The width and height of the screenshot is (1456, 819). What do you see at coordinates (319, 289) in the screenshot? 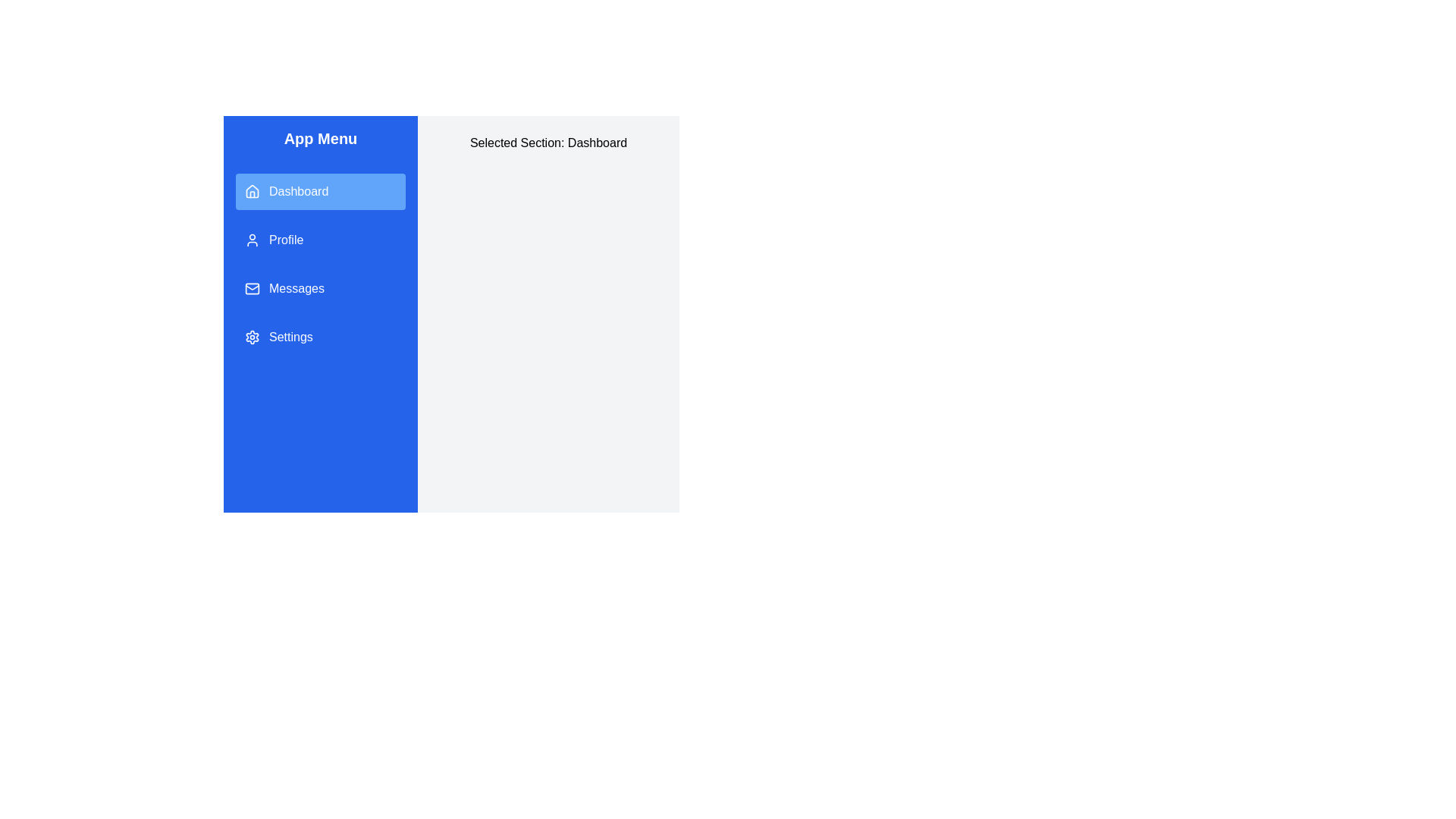
I see `the menu item Messages` at bounding box center [319, 289].